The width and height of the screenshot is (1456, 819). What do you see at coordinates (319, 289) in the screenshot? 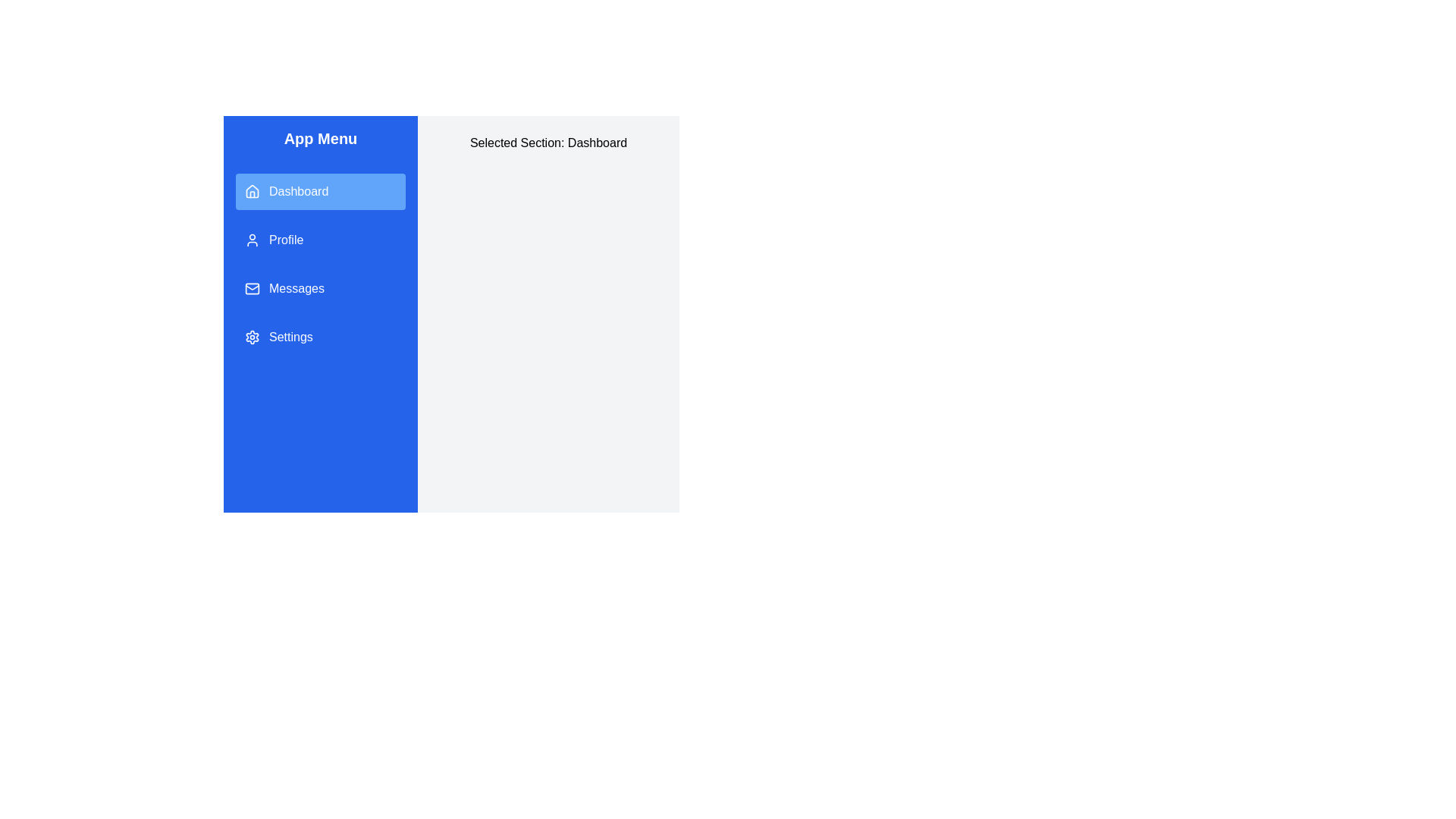
I see `the menu item Messages` at bounding box center [319, 289].